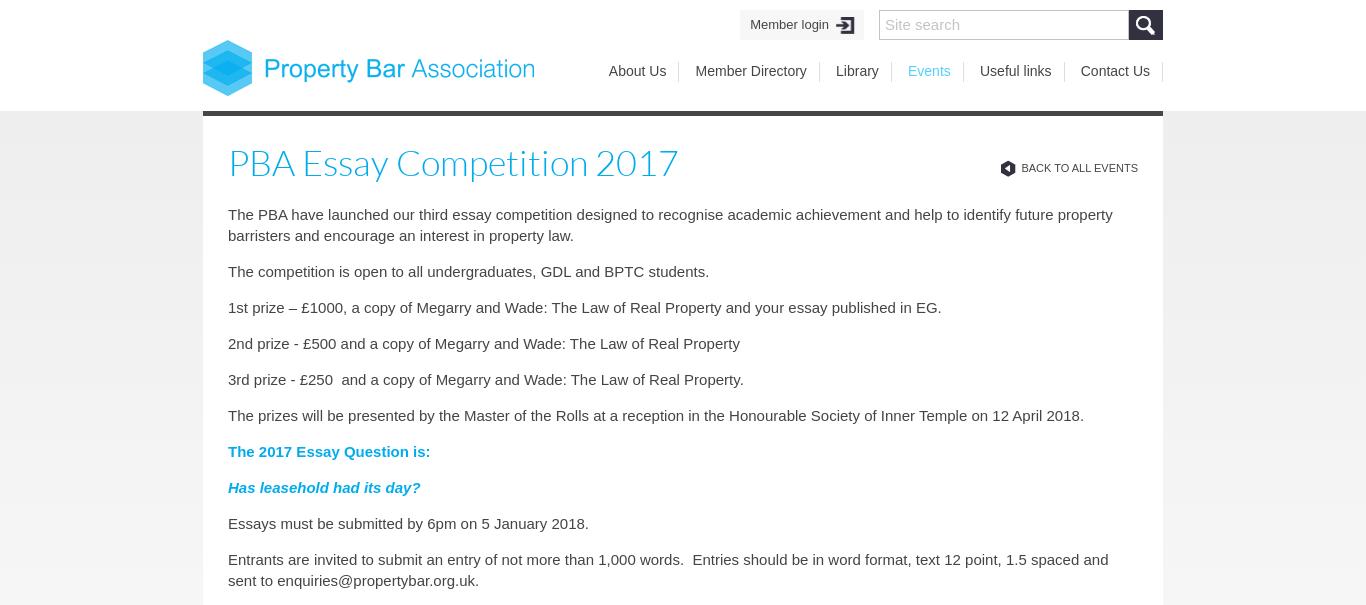 The height and width of the screenshot is (605, 1366). I want to click on 'Member Directory', so click(750, 71).